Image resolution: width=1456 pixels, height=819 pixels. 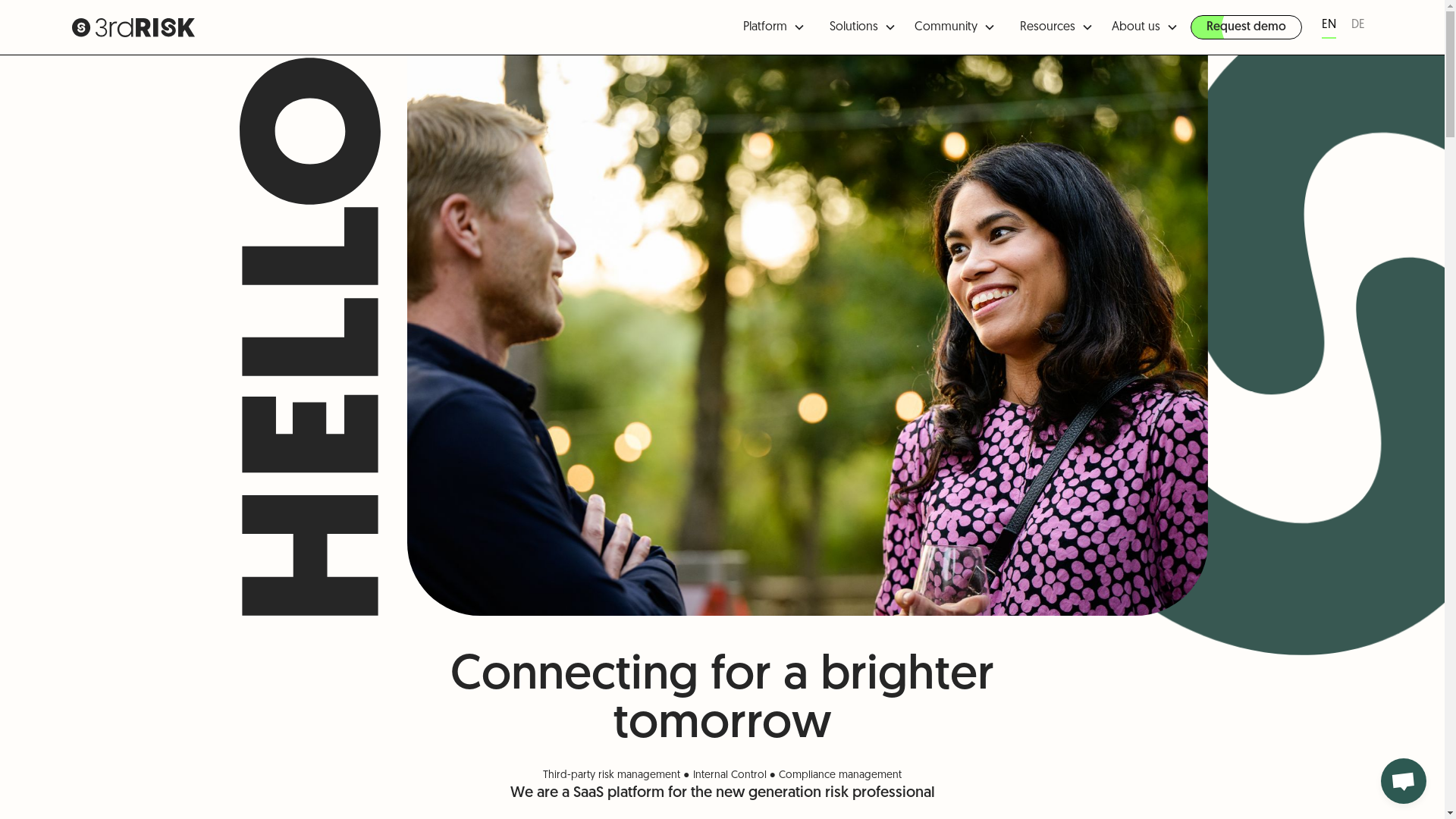 I want to click on 'DE', so click(x=1357, y=27).